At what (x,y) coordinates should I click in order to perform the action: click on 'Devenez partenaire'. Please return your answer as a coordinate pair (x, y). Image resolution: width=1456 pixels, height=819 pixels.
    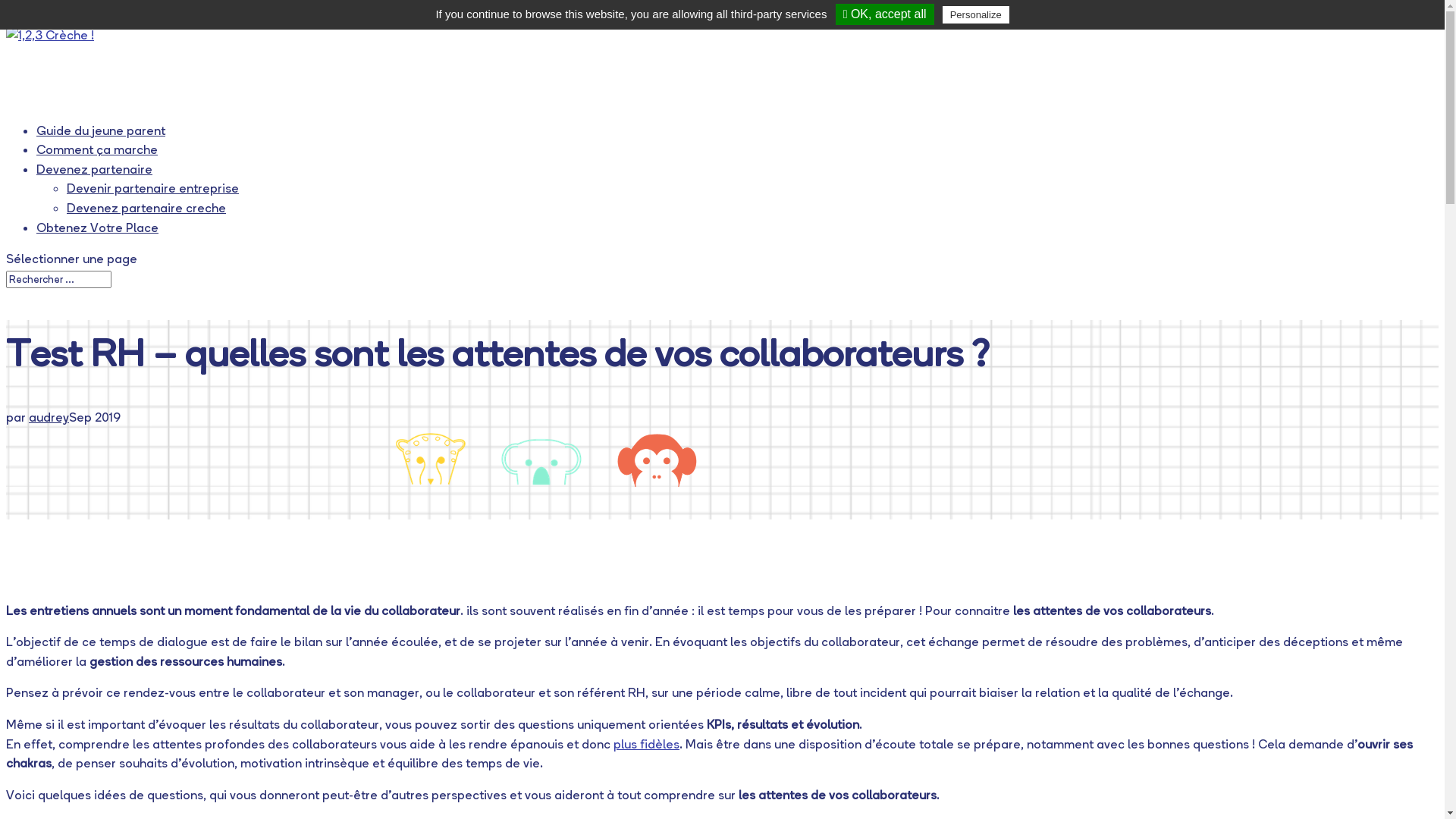
    Looking at the image, I should click on (93, 175).